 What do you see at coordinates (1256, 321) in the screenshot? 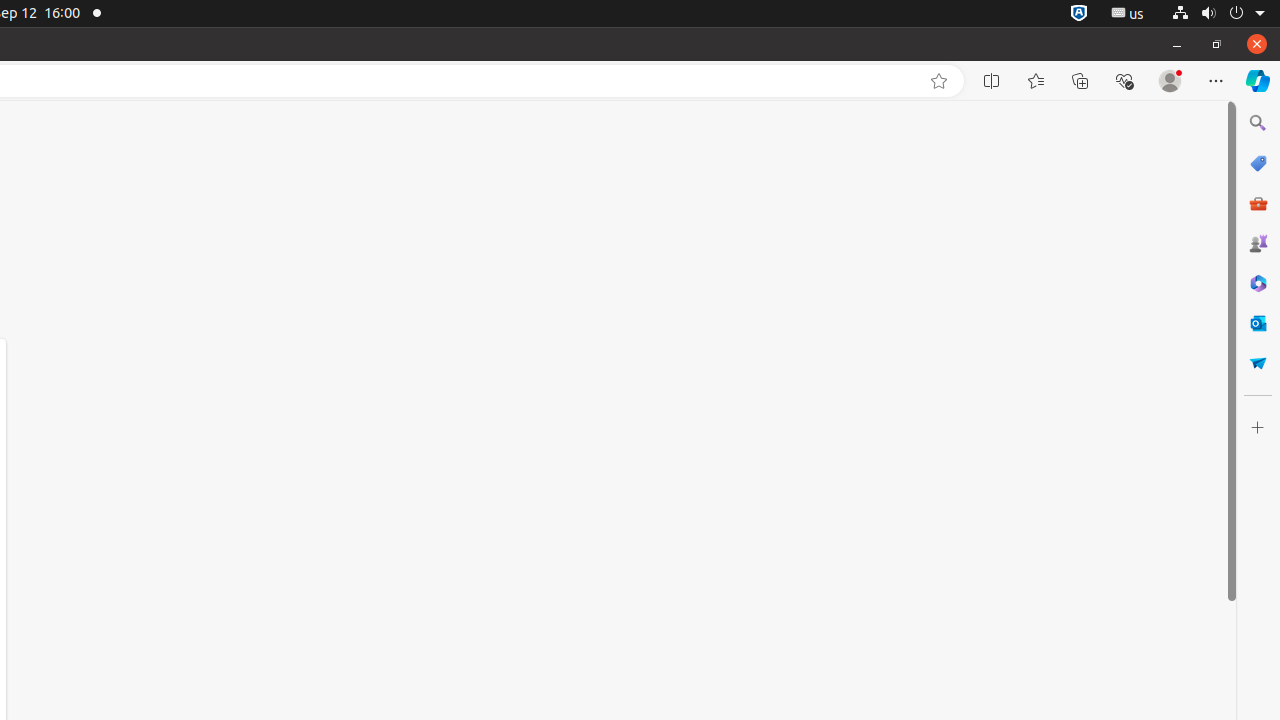
I see `'Outlook'` at bounding box center [1256, 321].